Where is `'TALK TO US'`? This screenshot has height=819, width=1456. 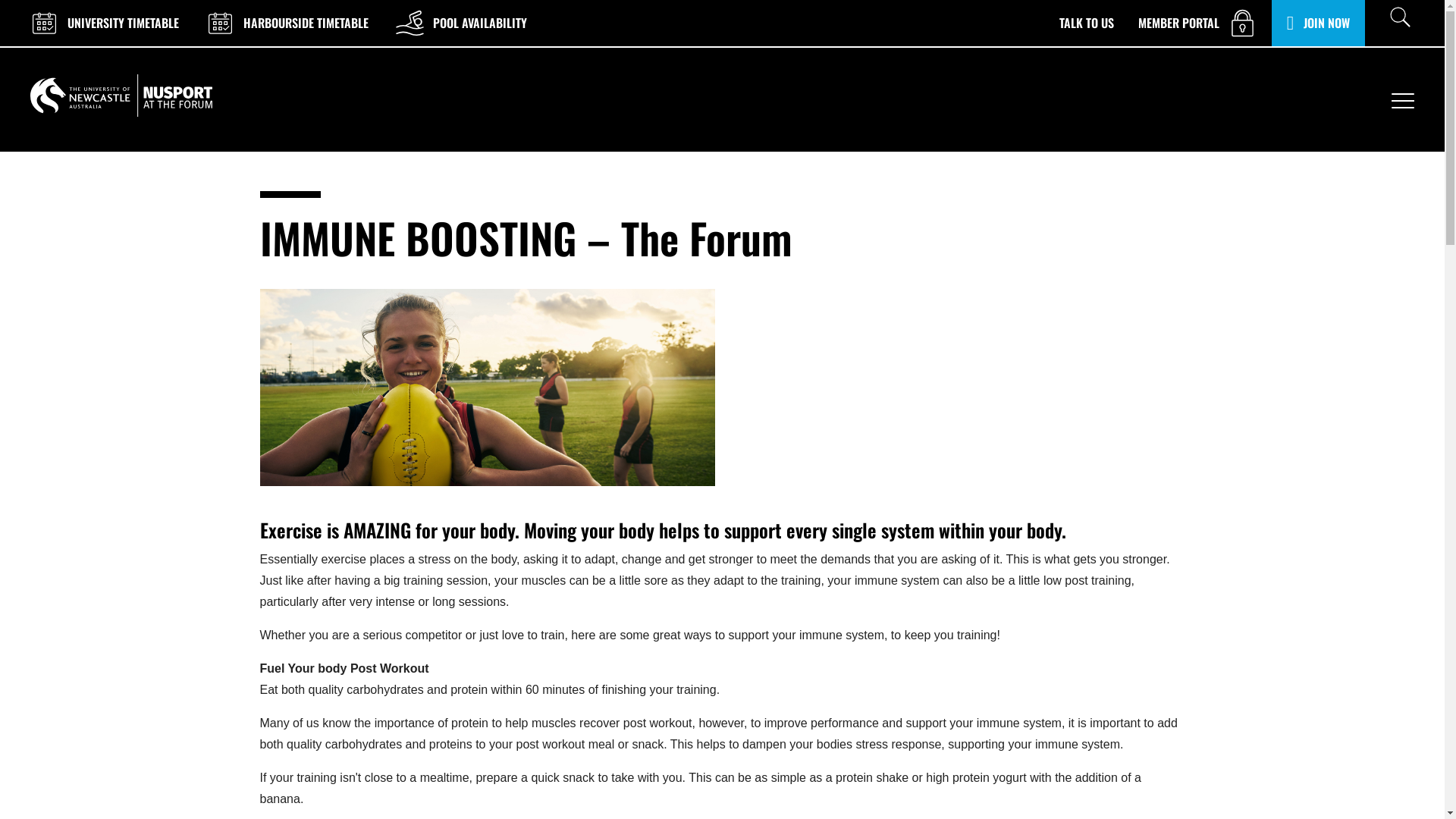
'TALK TO US' is located at coordinates (1058, 23).